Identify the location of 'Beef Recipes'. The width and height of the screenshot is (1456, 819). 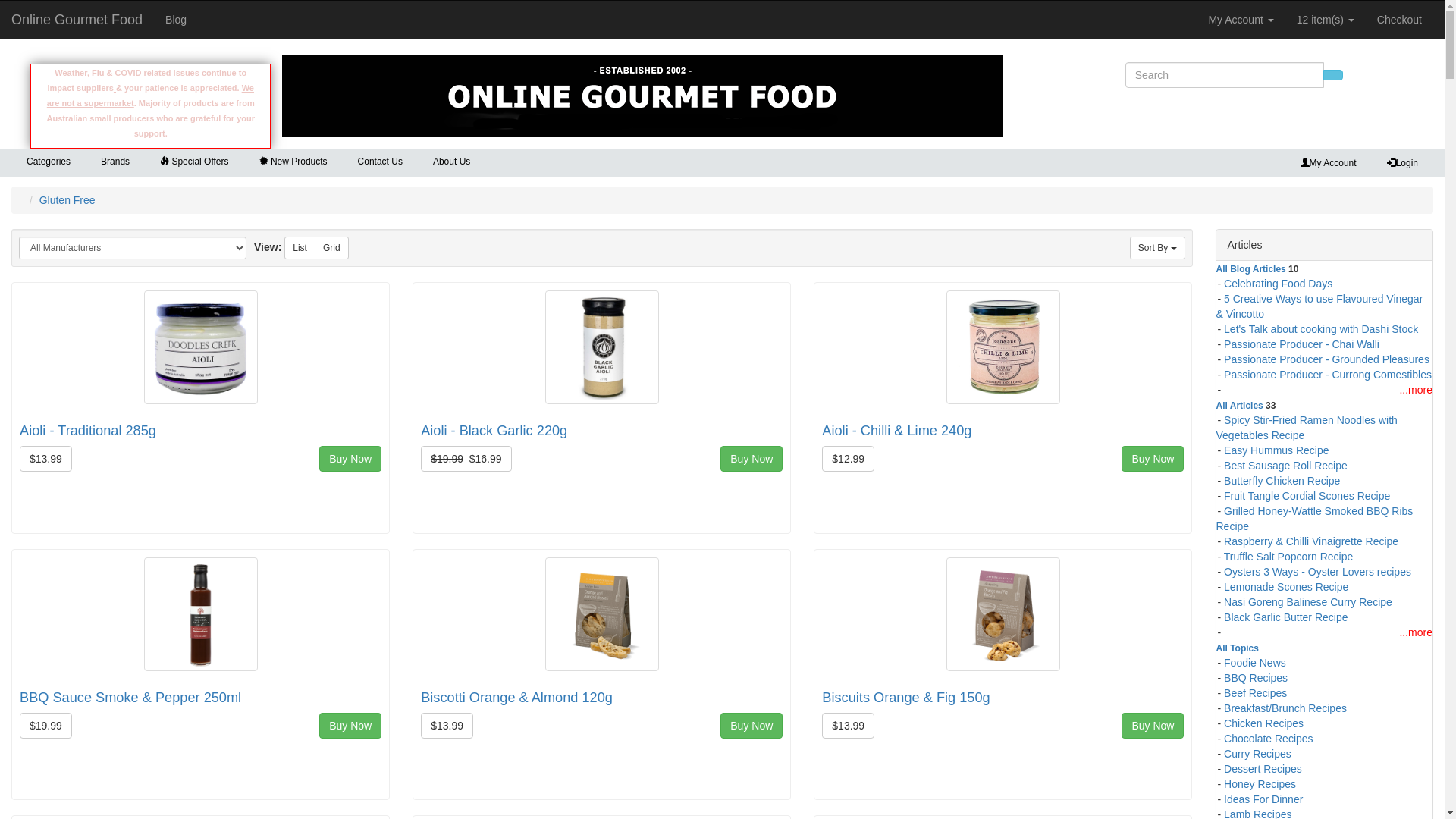
(1223, 691).